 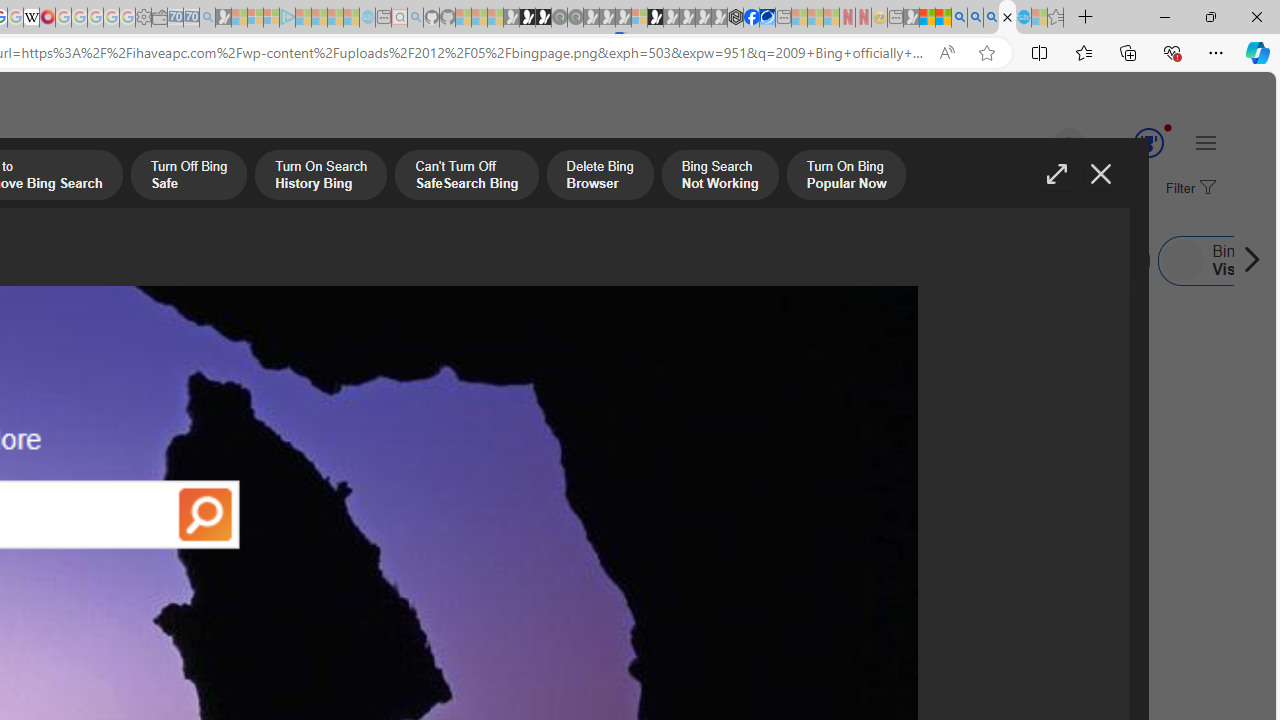 I want to click on '2009 Bing officially replaced Live Search on June 3 - Search', so click(x=975, y=17).